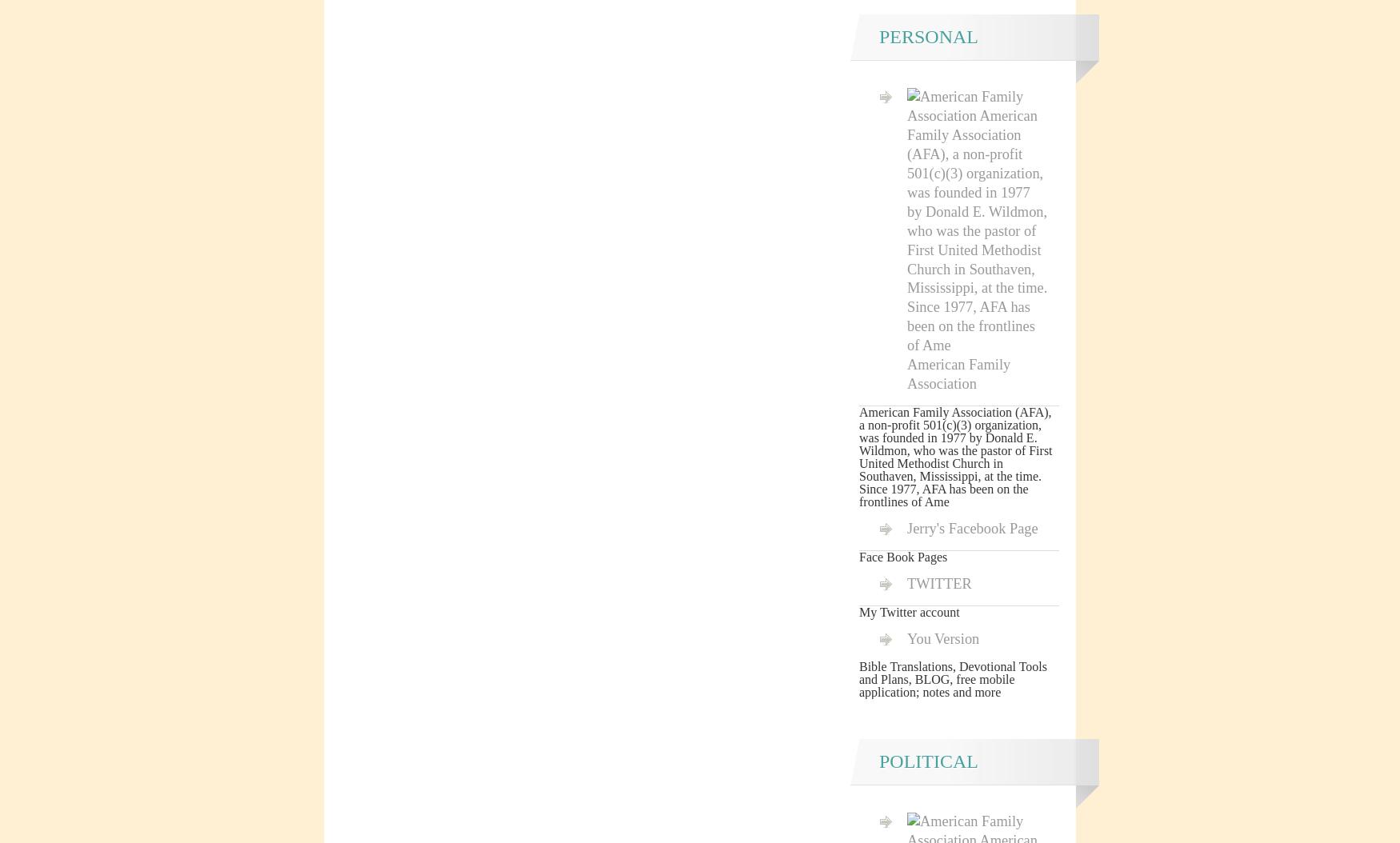  What do you see at coordinates (906, 582) in the screenshot?
I see `'TWITTER'` at bounding box center [906, 582].